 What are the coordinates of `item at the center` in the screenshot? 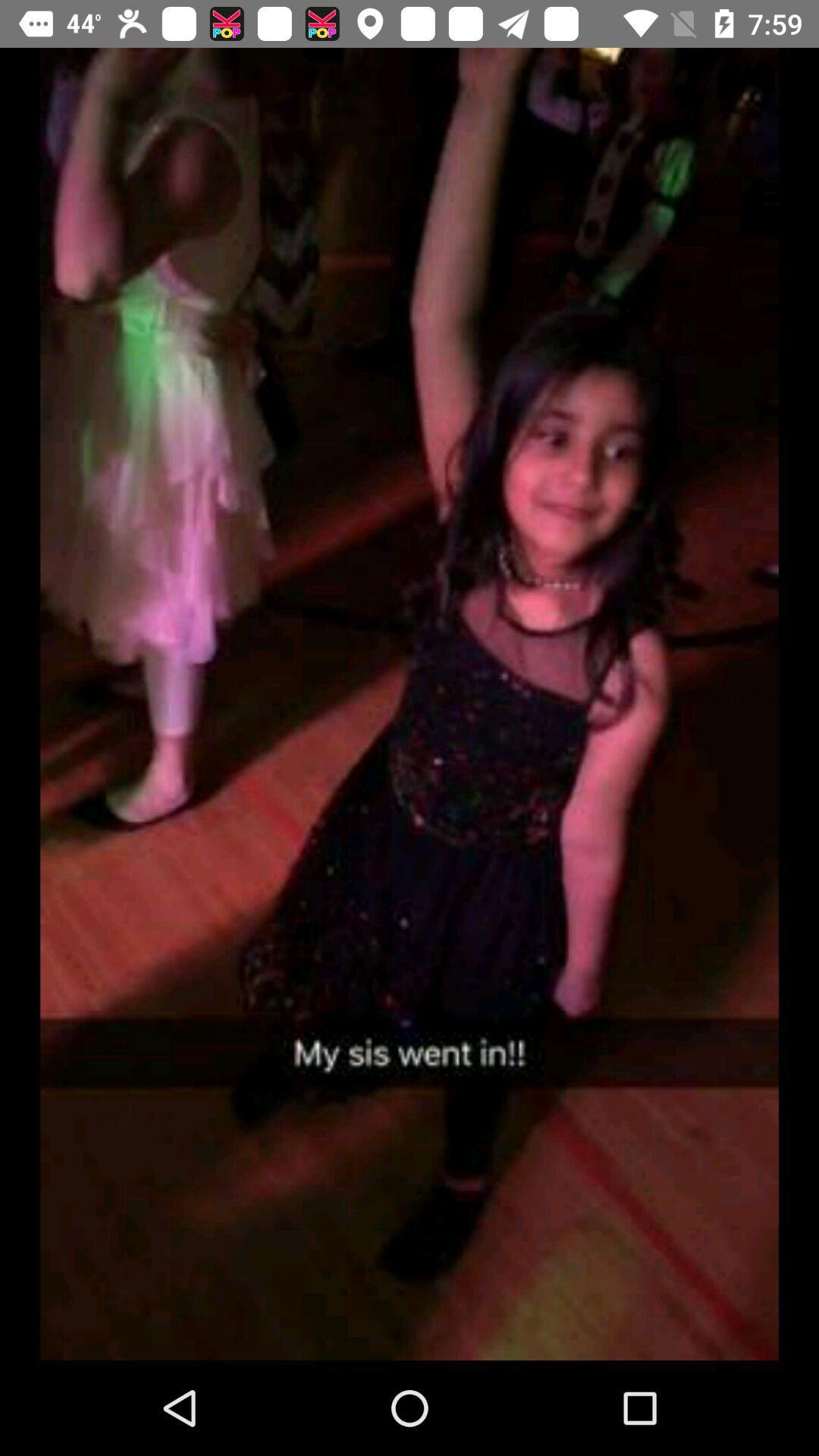 It's located at (409, 703).